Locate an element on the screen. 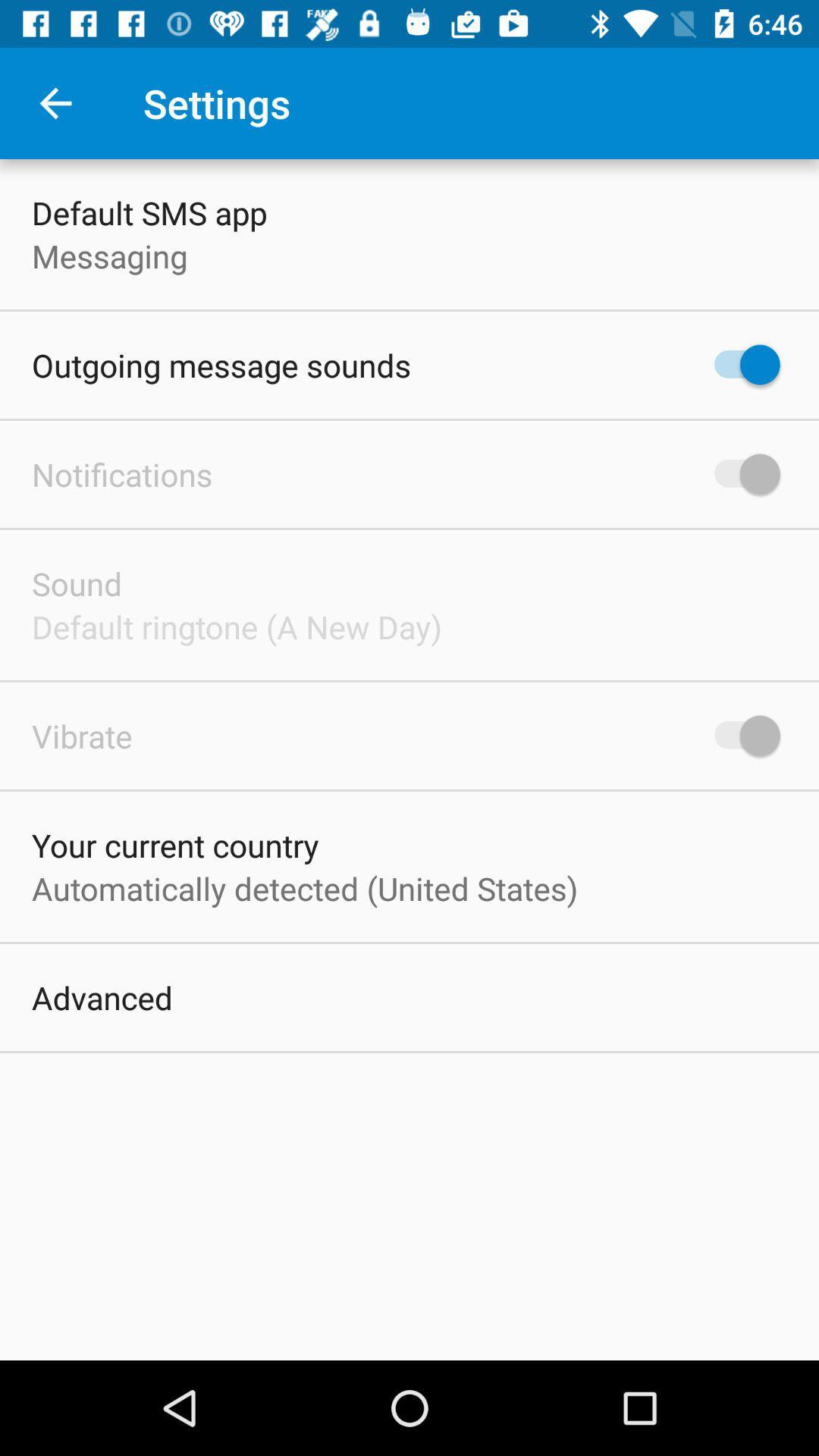 The width and height of the screenshot is (819, 1456). icon above the automatically detected united icon is located at coordinates (174, 844).